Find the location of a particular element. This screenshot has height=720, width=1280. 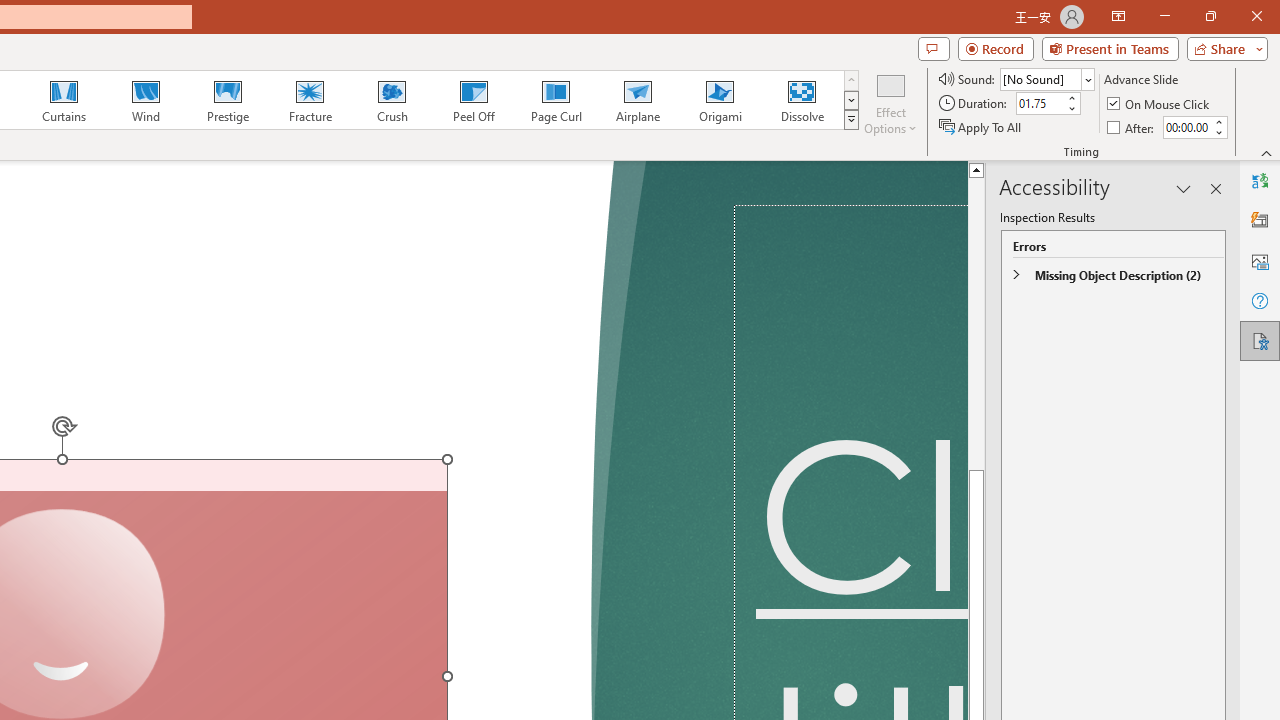

'Curtains' is located at coordinates (64, 100).